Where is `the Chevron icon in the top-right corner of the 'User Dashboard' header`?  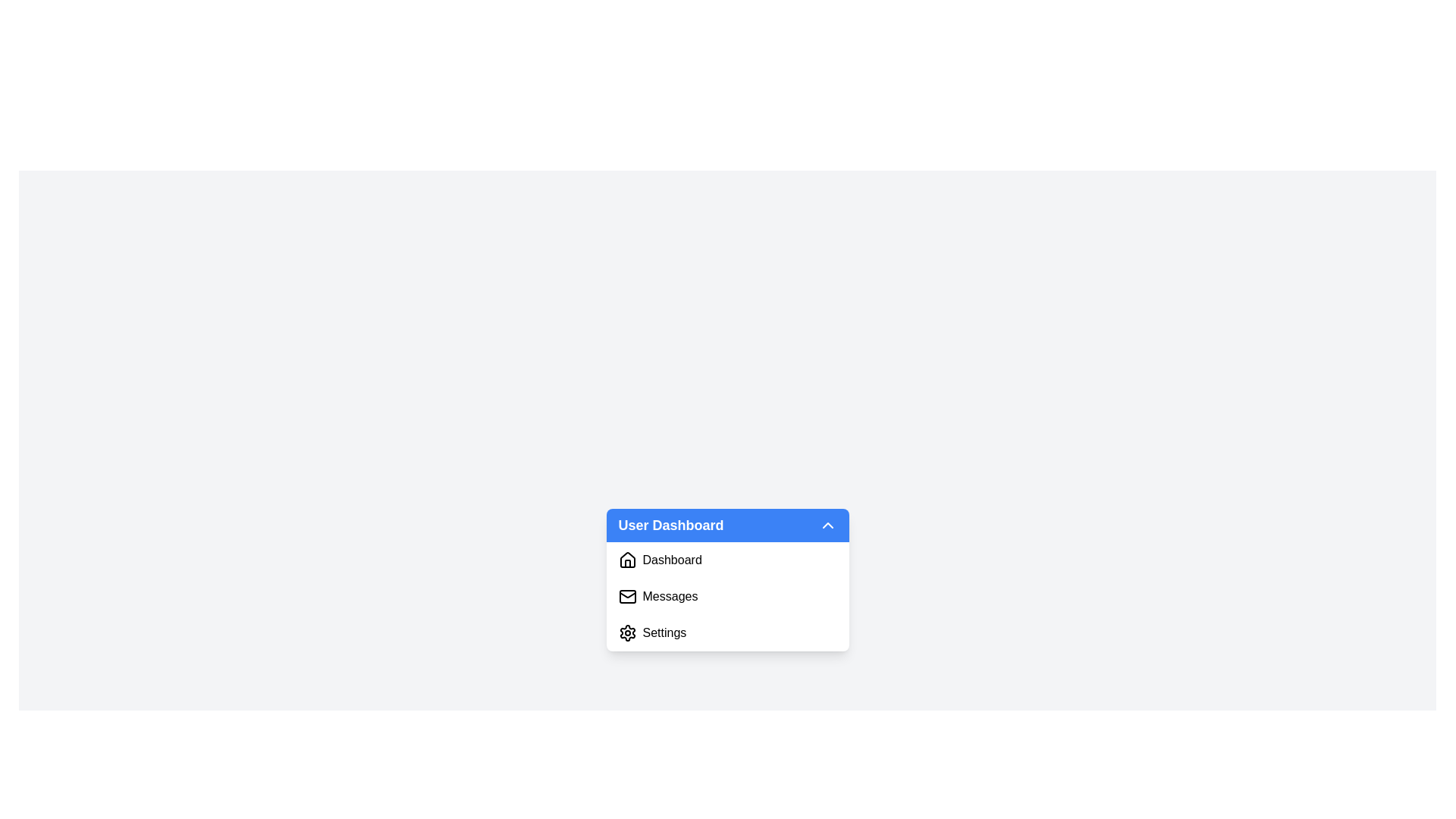
the Chevron icon in the top-right corner of the 'User Dashboard' header is located at coordinates (827, 525).